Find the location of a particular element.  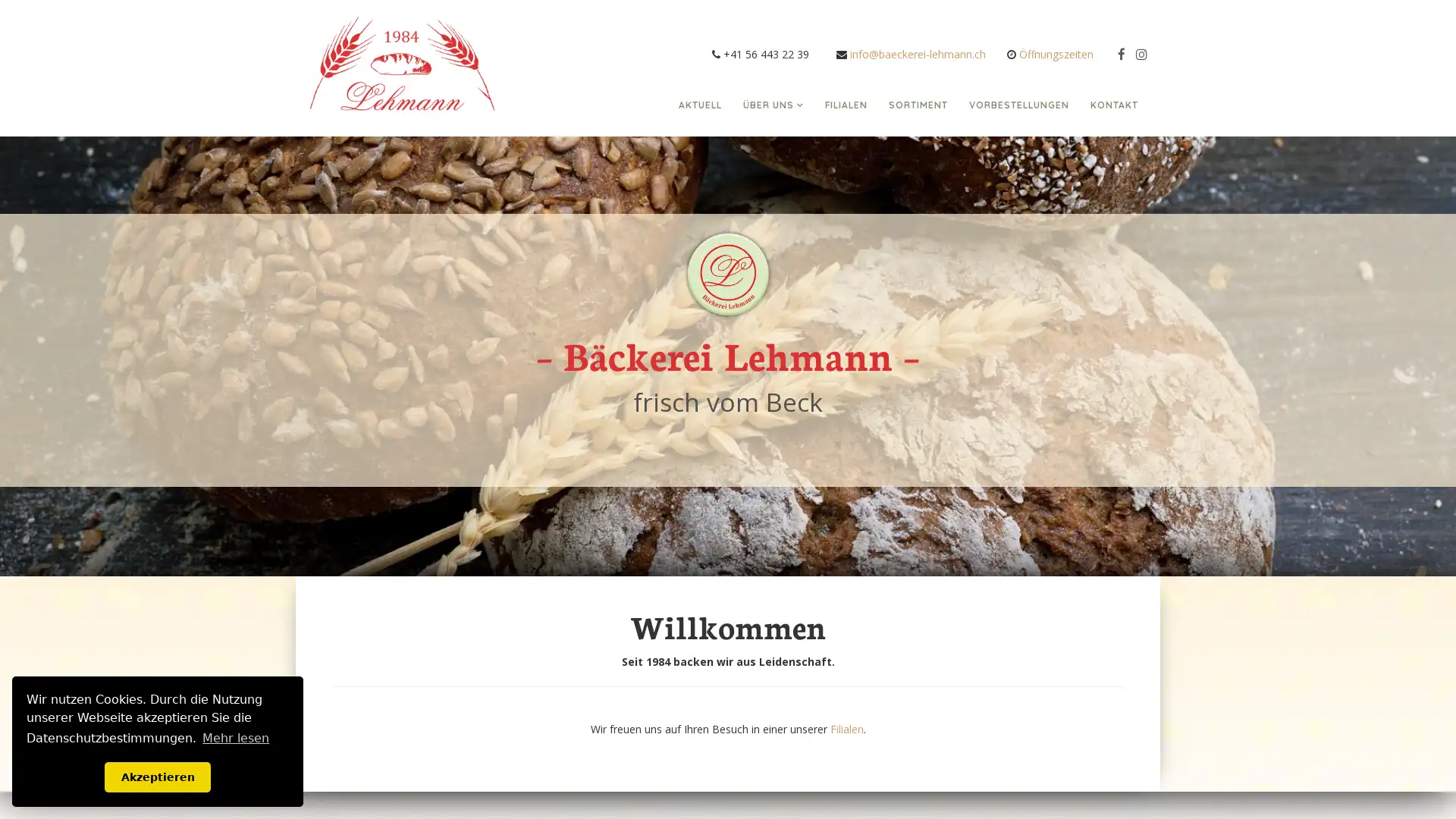

learn more about cookies is located at coordinates (235, 737).